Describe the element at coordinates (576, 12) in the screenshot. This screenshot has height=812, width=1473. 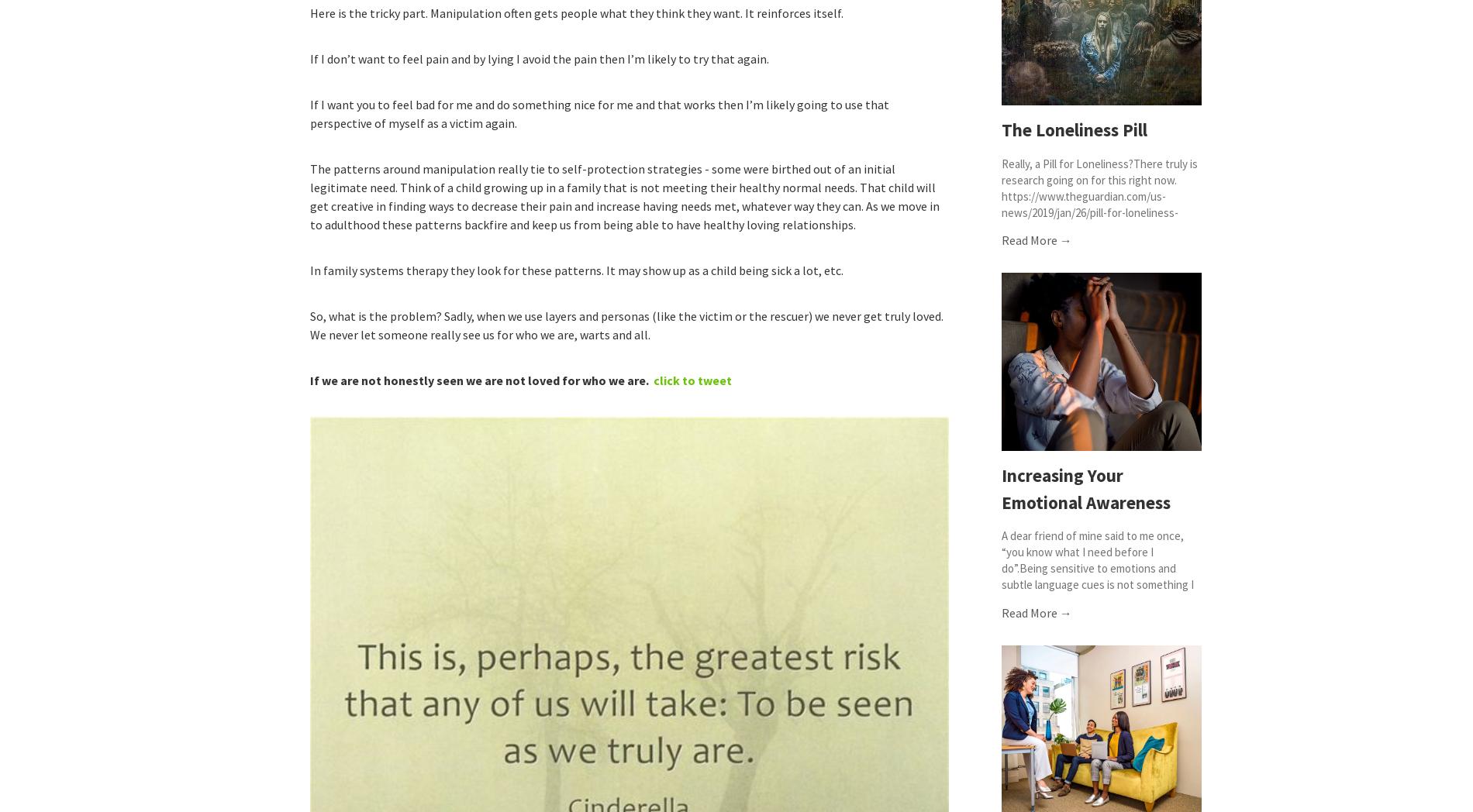
I see `'Here is the tricky part. Manipulation often gets people what they think they want. It reinforces itself.'` at that location.